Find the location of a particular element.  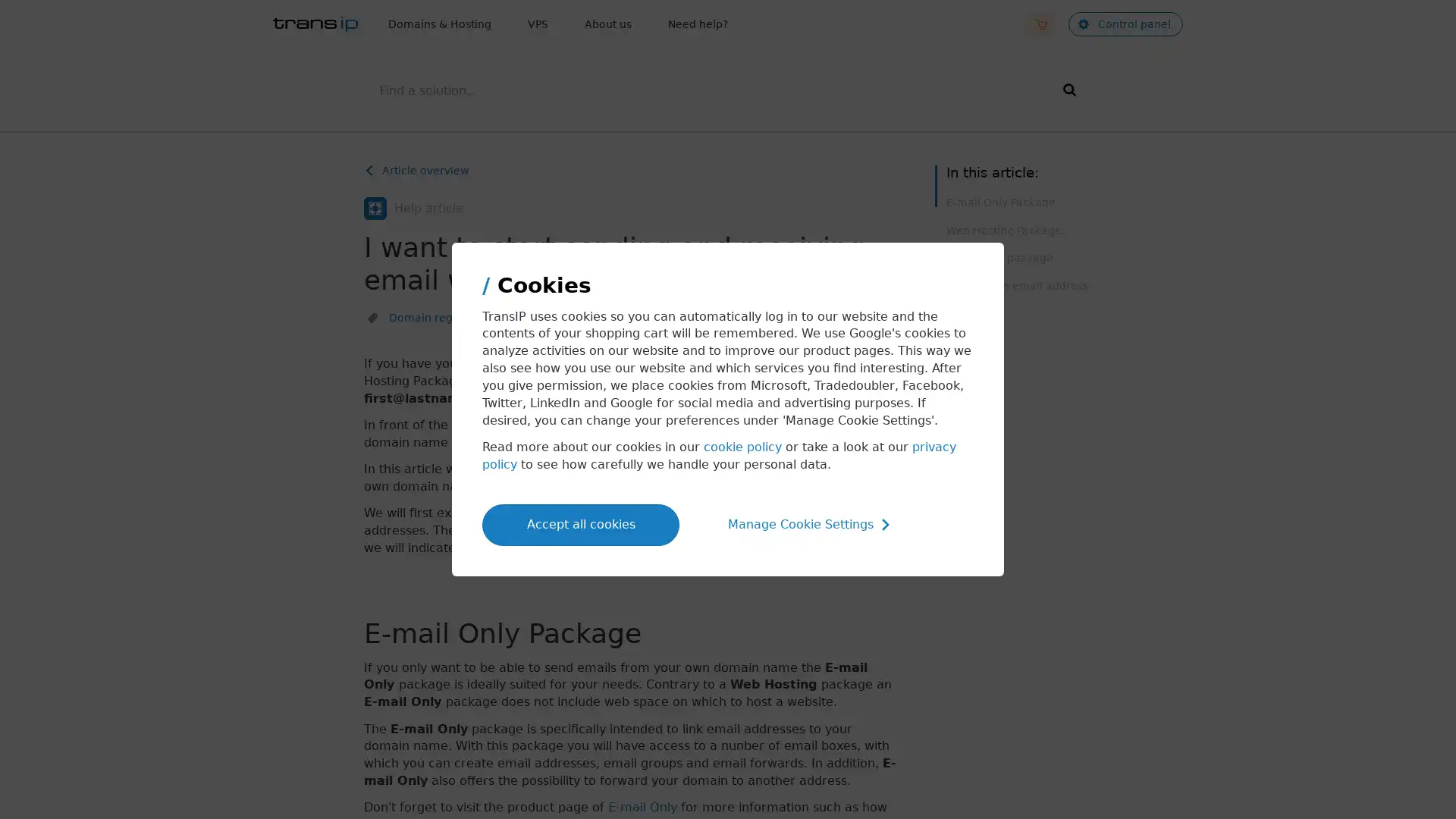

Accept all cookies is located at coordinates (580, 523).